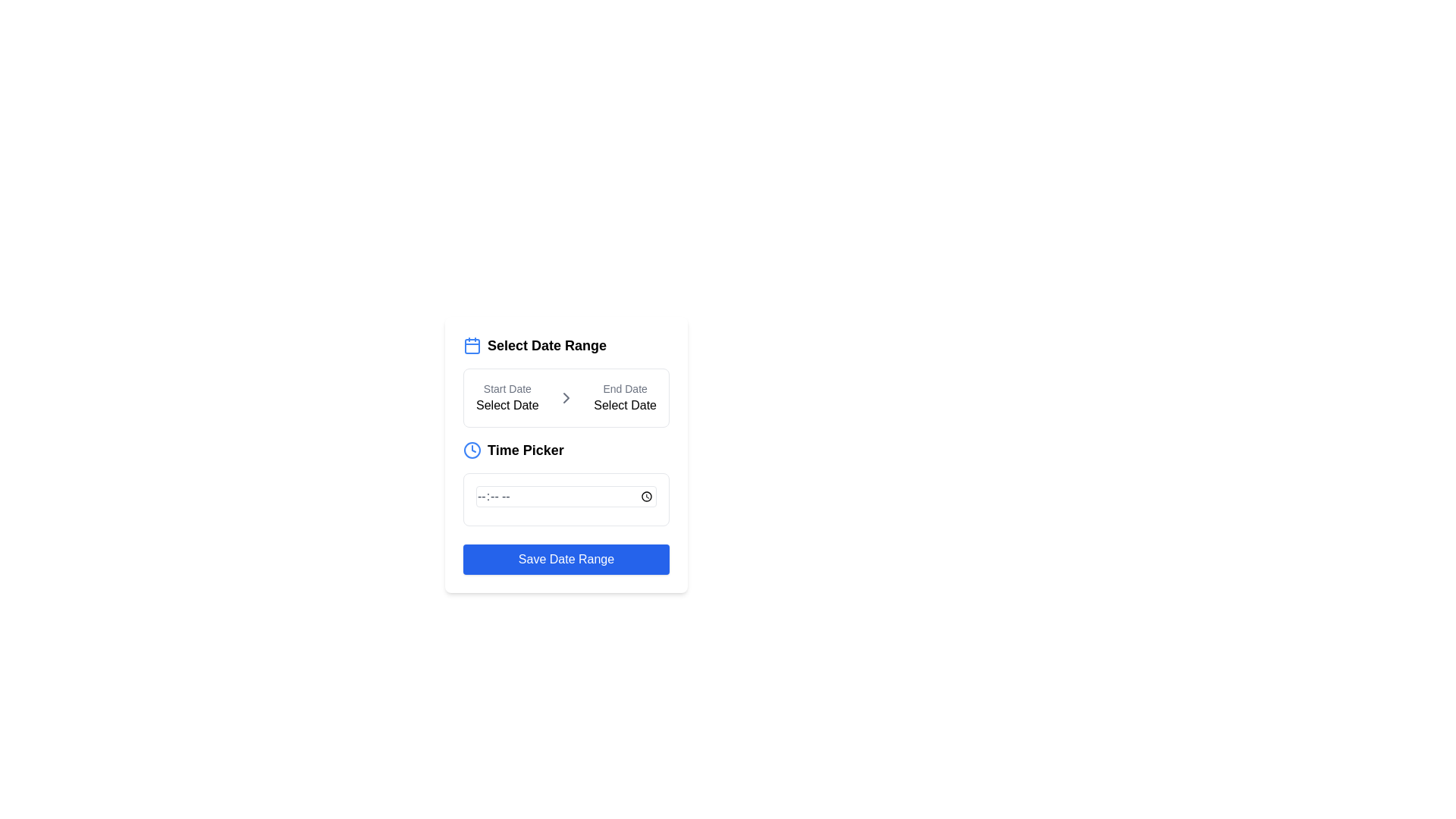 The height and width of the screenshot is (819, 1456). What do you see at coordinates (507, 388) in the screenshot?
I see `the text label that indicates the start date of a range, located above the 'Select Date' text in the 'Select Date Range' section` at bounding box center [507, 388].